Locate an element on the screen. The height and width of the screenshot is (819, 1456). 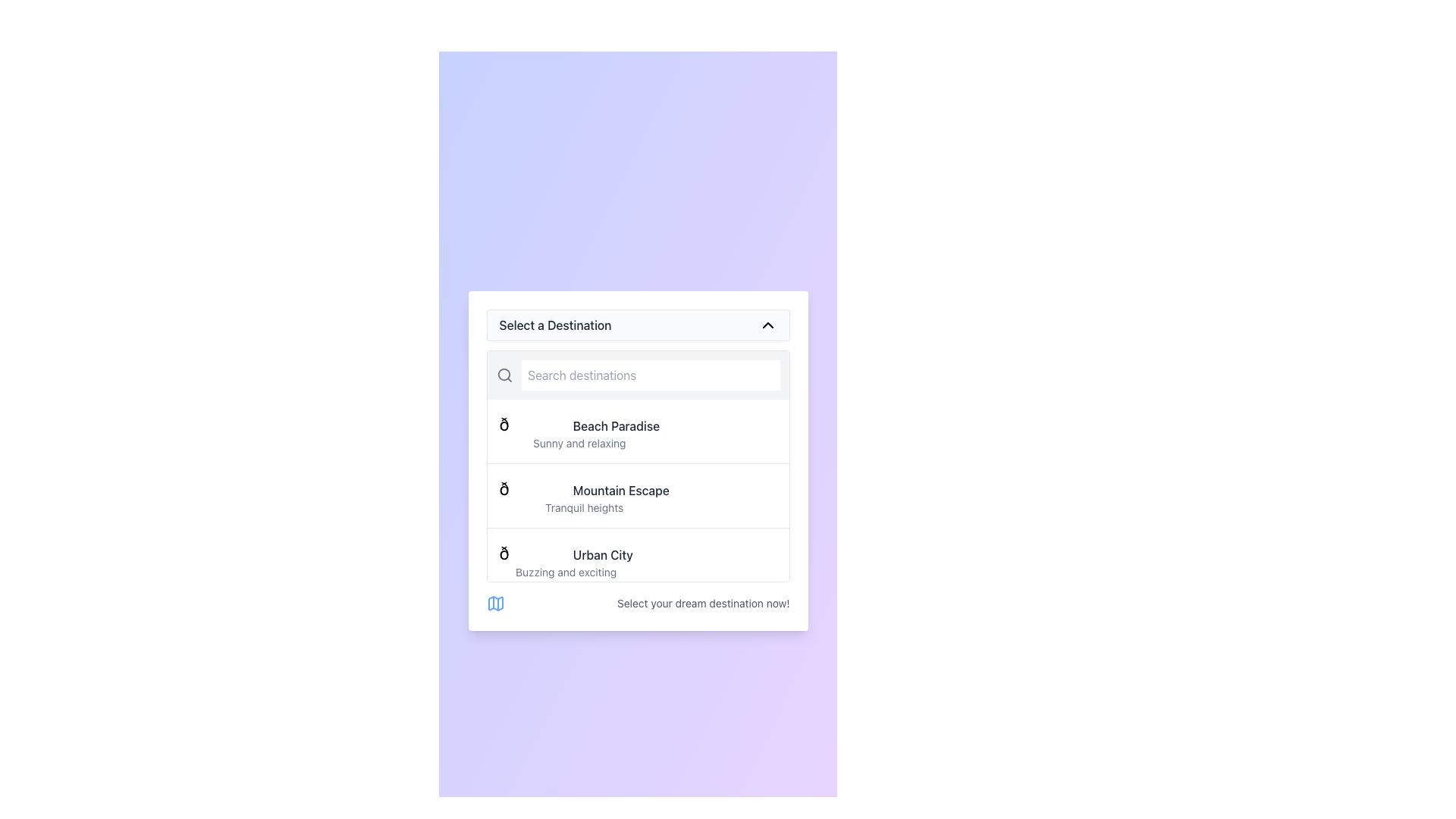
the Text Label that serves as a subtitle for the 'Mountain Escape' destination, located below the main title in the destination list within the modal is located at coordinates (583, 508).